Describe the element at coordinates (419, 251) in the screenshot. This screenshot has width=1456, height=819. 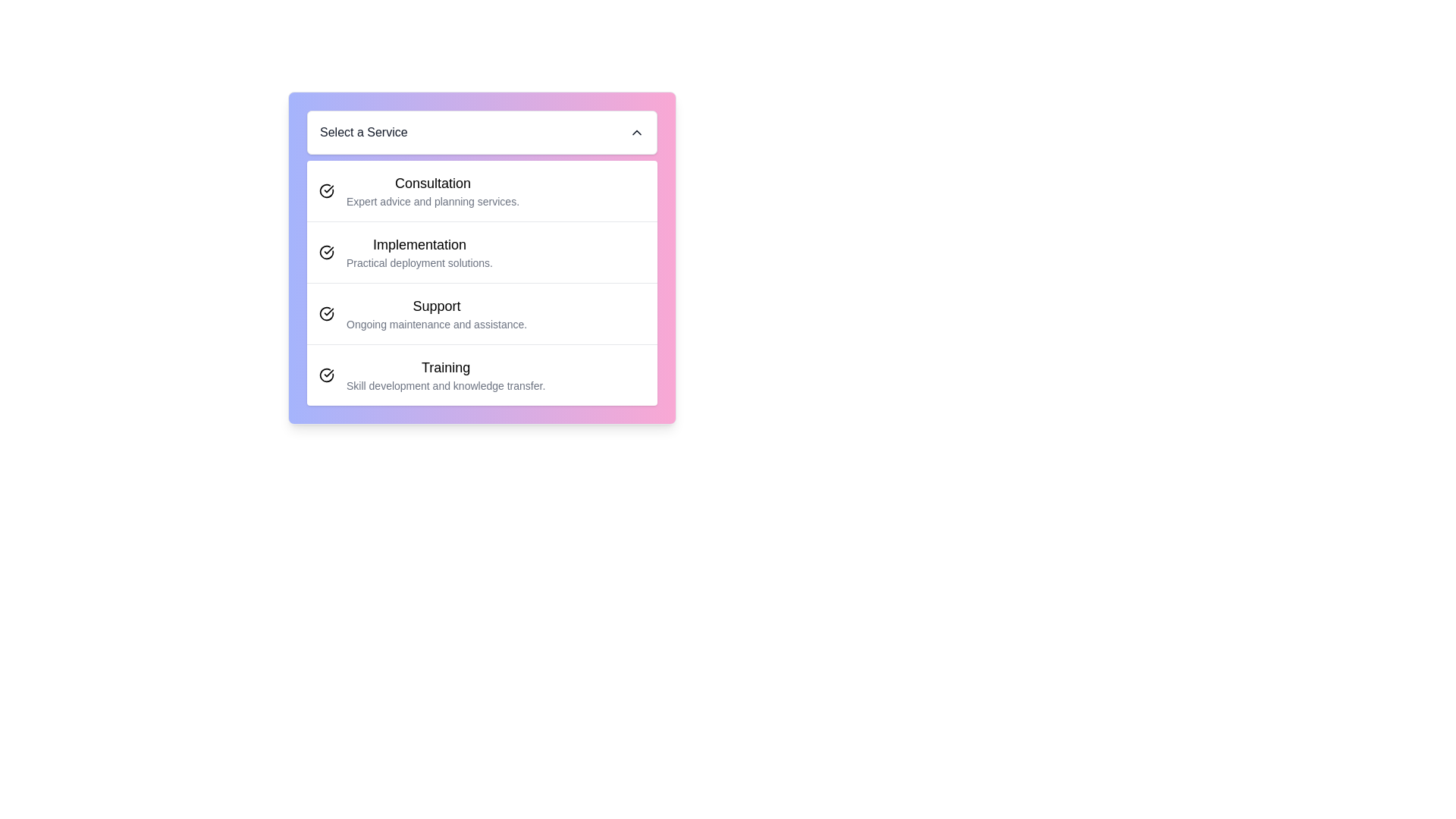
I see `to select the 'Implementation' option from the second row of the menu, which is centered horizontally and follows the 'Consultation' option` at that location.